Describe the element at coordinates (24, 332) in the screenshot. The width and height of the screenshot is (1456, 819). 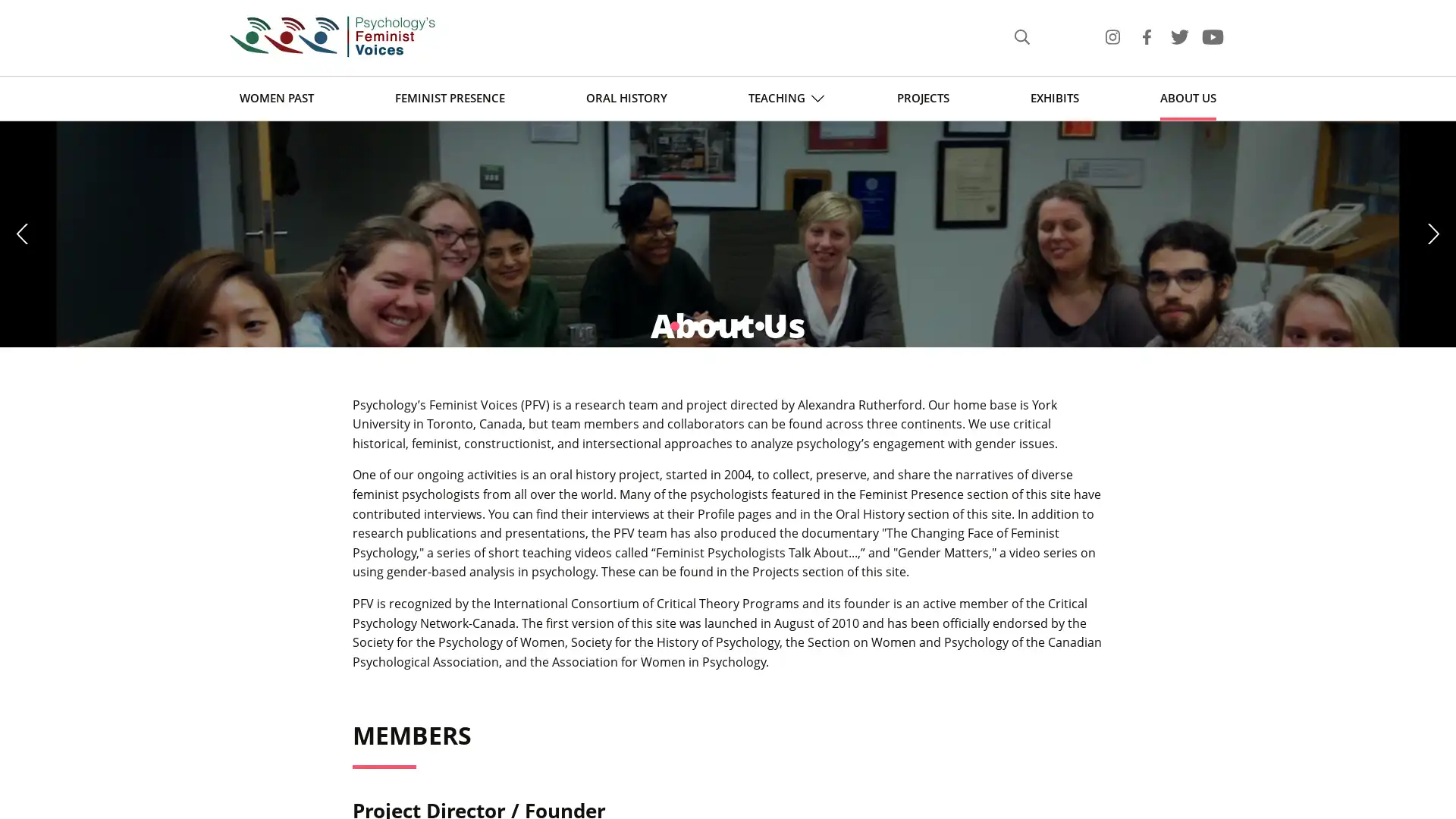
I see `Previous` at that location.